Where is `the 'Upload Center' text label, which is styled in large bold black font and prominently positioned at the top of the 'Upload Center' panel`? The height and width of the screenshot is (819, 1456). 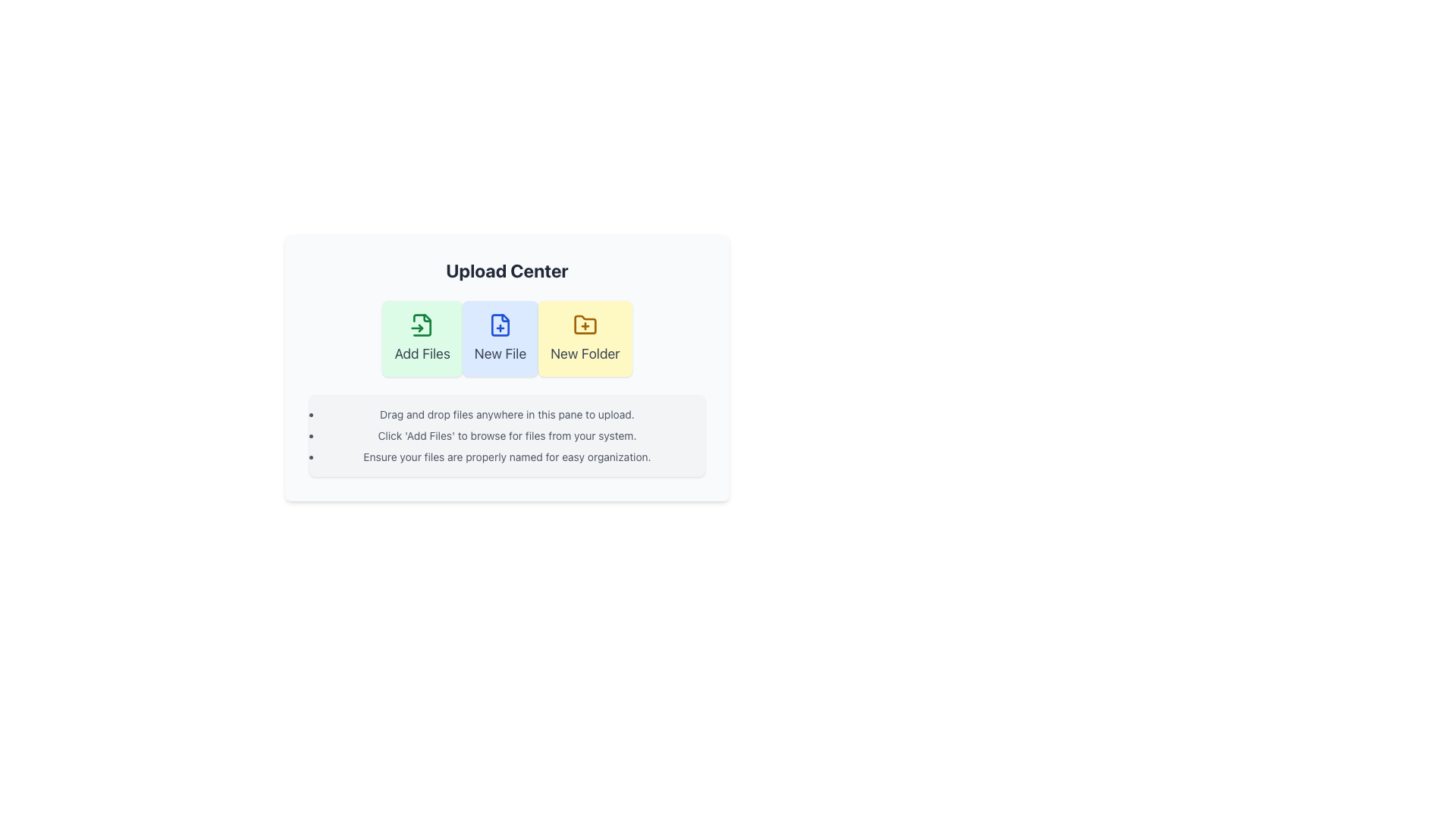 the 'Upload Center' text label, which is styled in large bold black font and prominently positioned at the top of the 'Upload Center' panel is located at coordinates (507, 270).